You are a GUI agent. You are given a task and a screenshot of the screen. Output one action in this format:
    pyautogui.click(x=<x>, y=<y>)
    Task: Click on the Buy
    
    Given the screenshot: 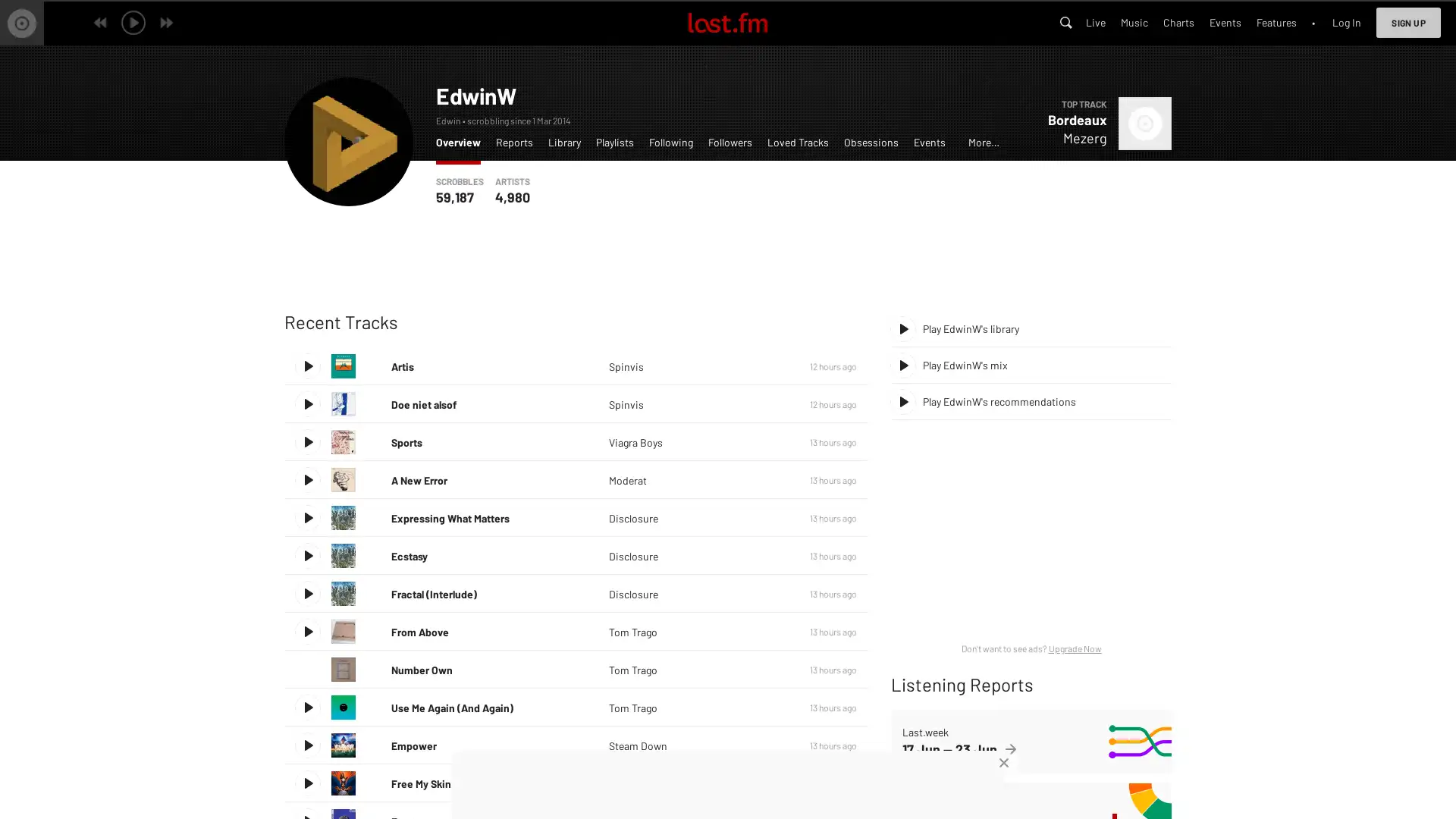 What is the action you would take?
    pyautogui.click(x=764, y=593)
    